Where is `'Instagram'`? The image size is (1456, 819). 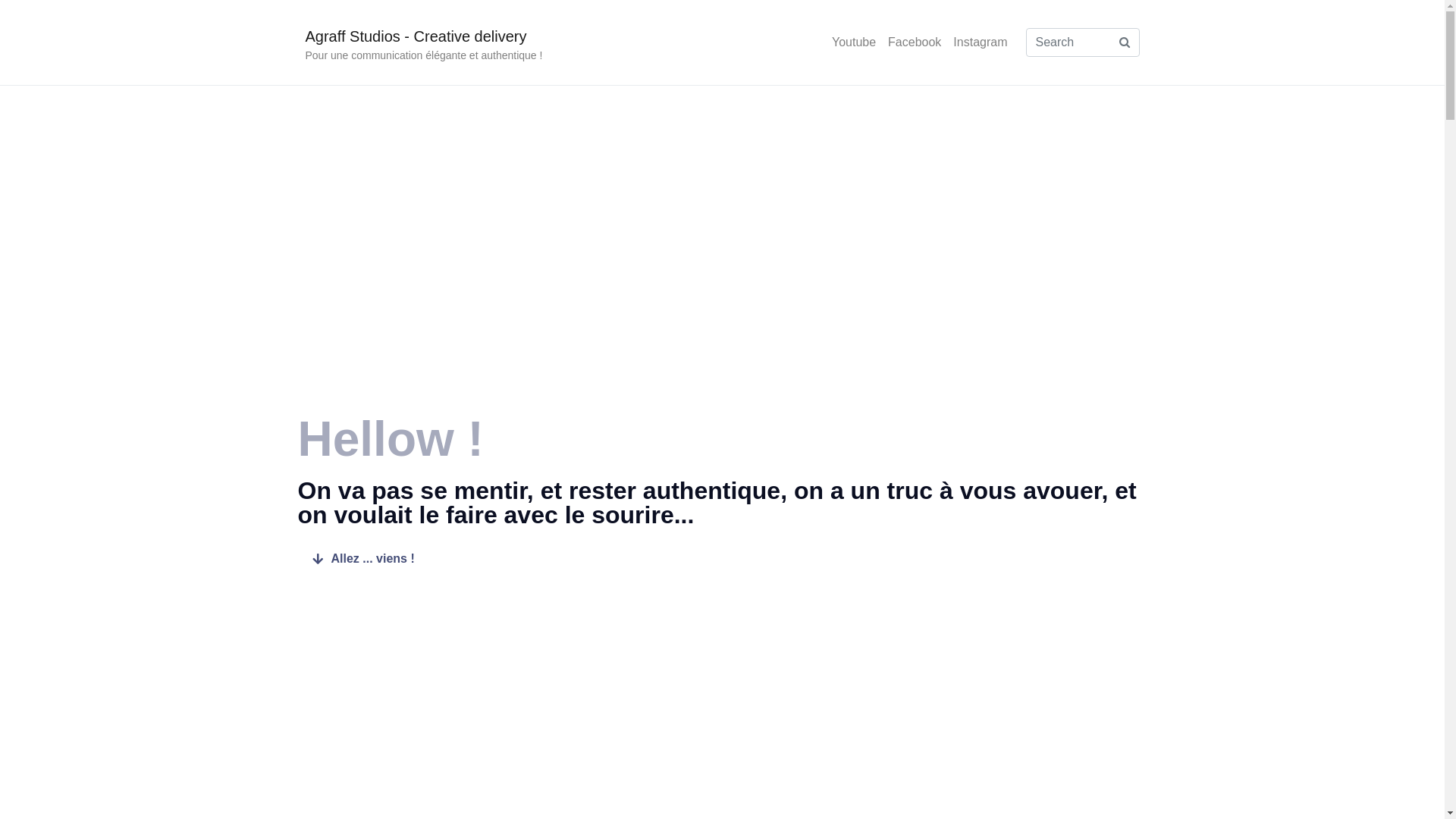 'Instagram' is located at coordinates (980, 42).